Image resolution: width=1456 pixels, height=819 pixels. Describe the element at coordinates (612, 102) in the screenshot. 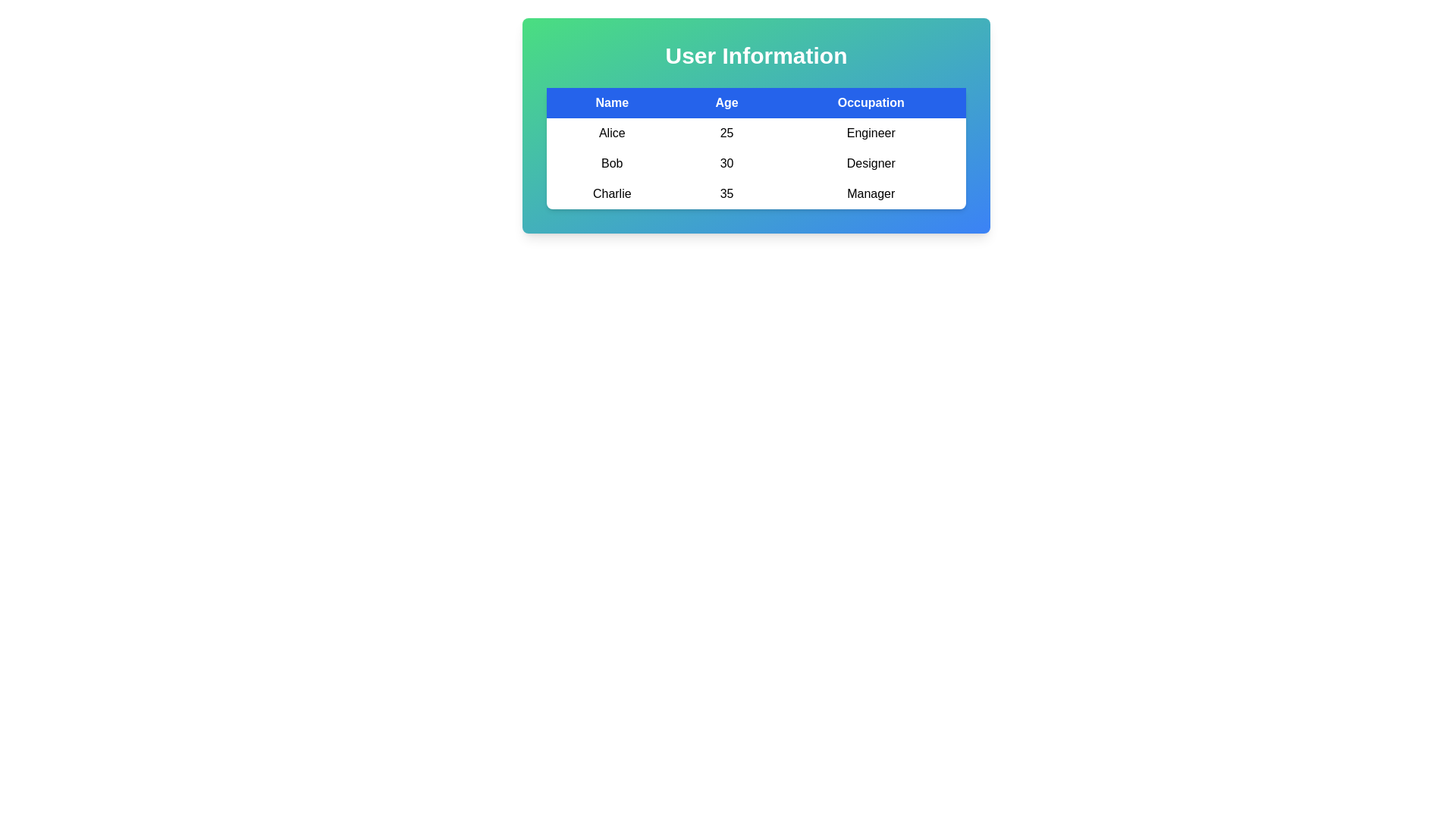

I see `the 'Name' text label, which is the first header in a series of three within a horizontally aligned table structure, displaying in white font on a blue background` at that location.